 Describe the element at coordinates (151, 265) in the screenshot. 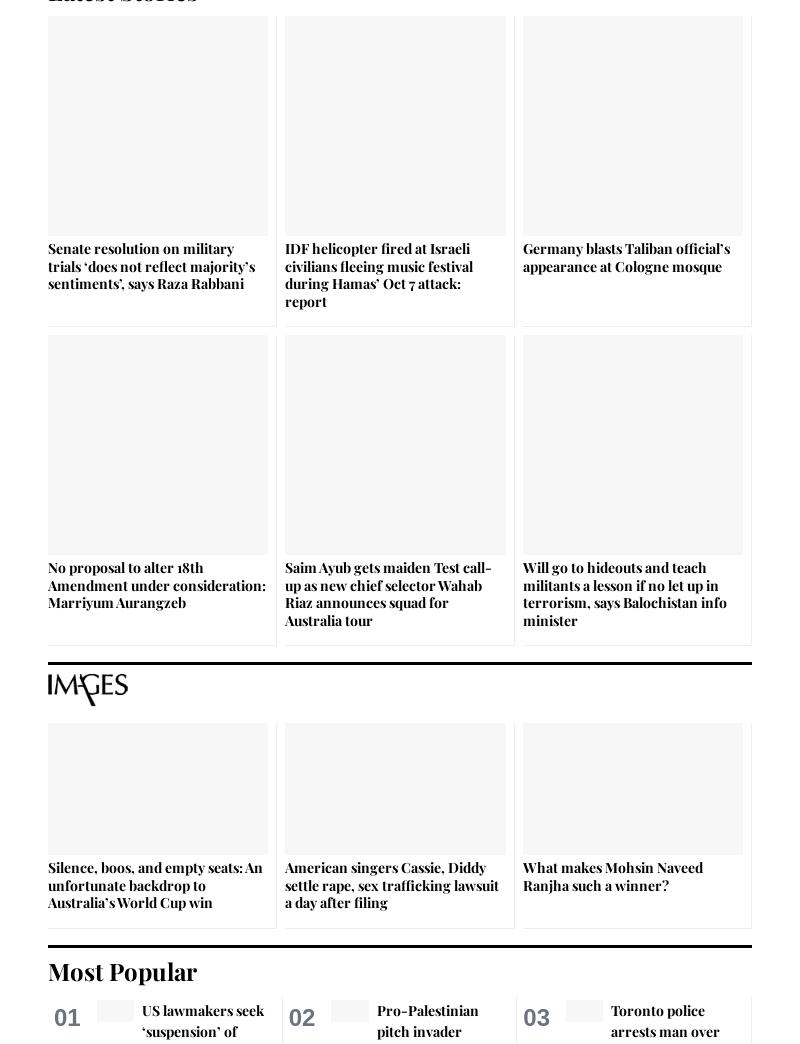

I see `'Senate resolution on military trials ‘does not reflect majority’s sentiments’, says Raza Rabbani'` at that location.